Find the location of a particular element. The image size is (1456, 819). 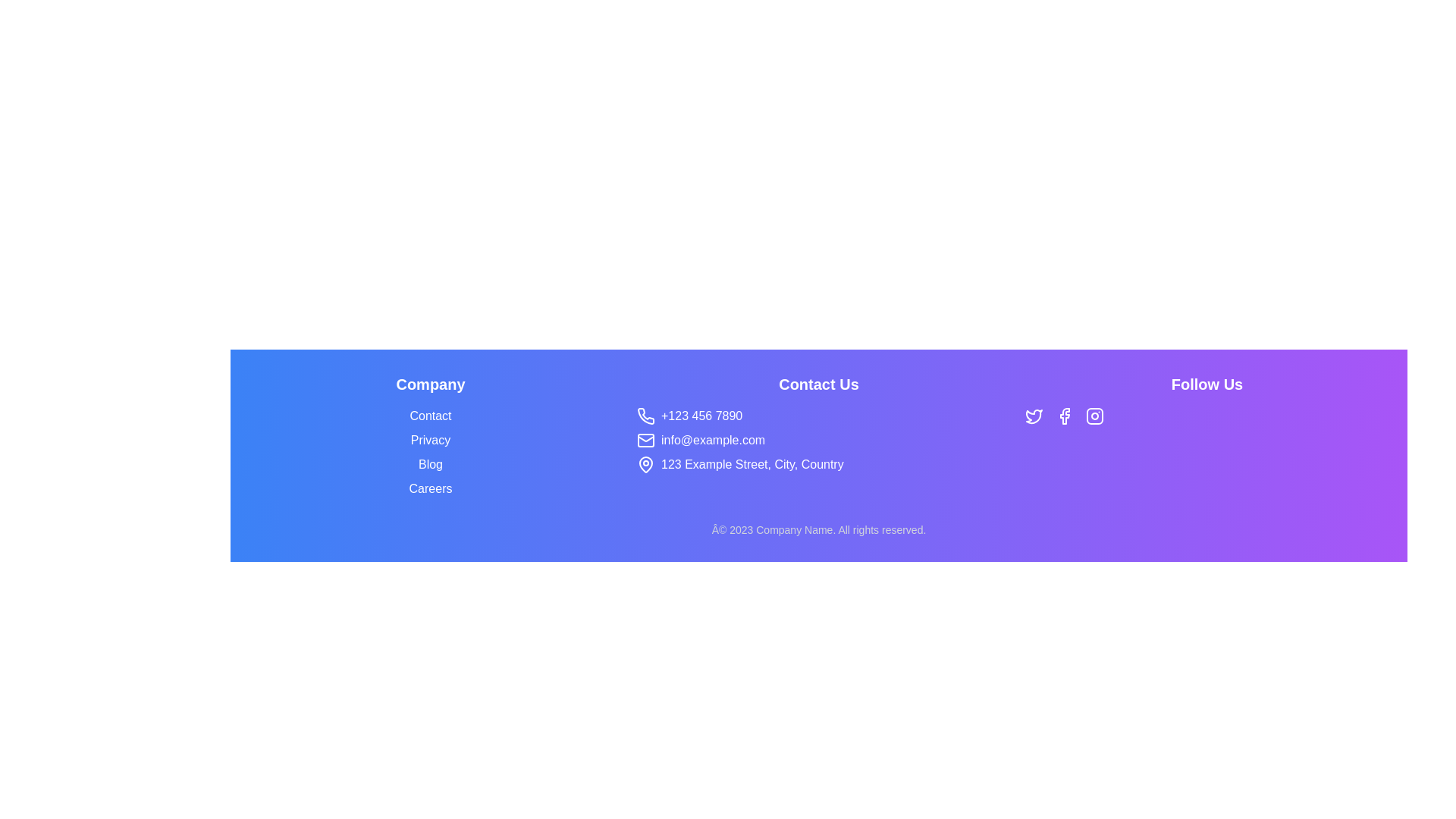

the contact number associated with the phone-shaped icon located in the 'Contact Us' section of the footer, positioned next to the text '+123 456 7890' is located at coordinates (646, 416).